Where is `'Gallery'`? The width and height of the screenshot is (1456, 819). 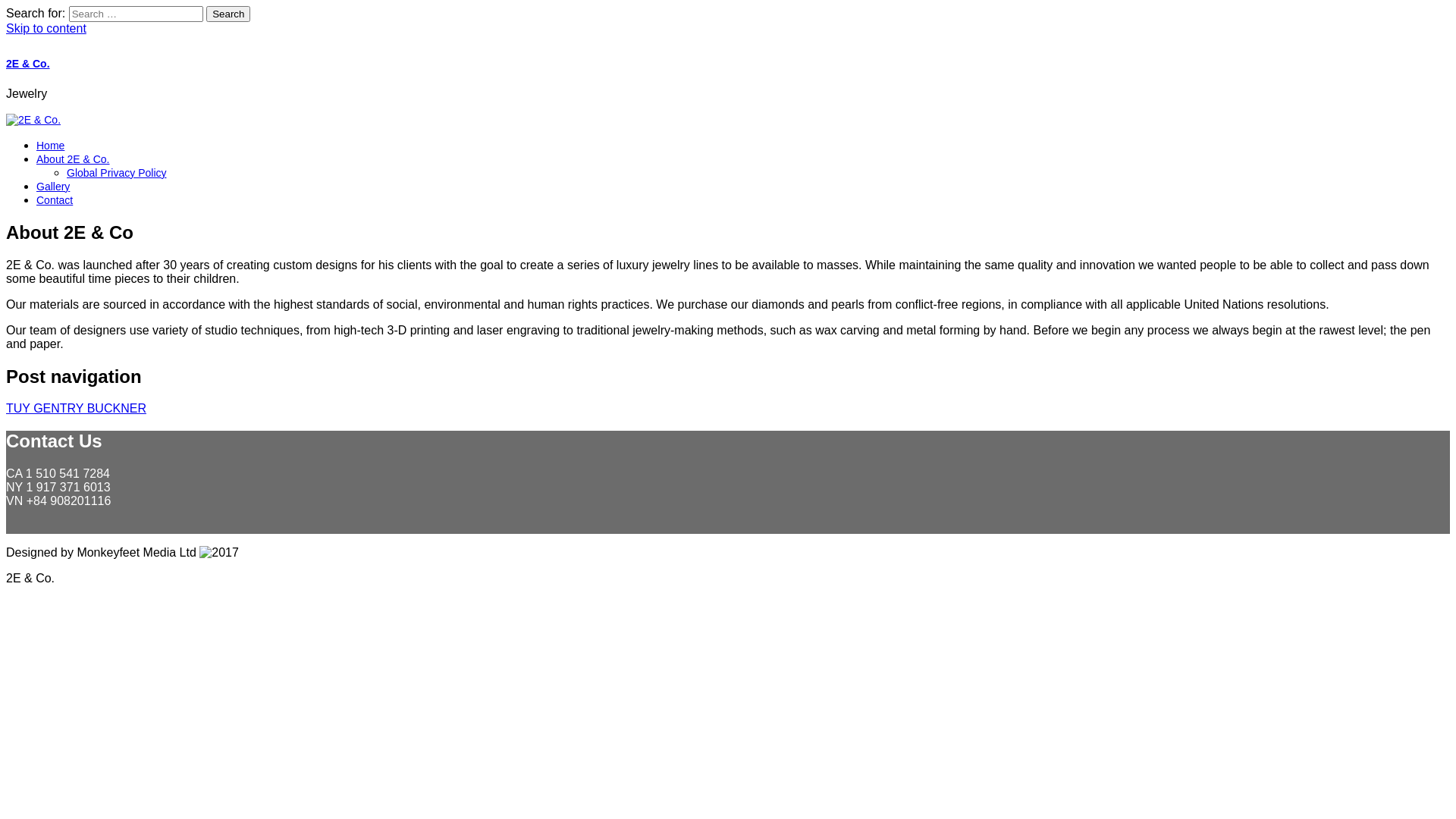
'Gallery' is located at coordinates (36, 186).